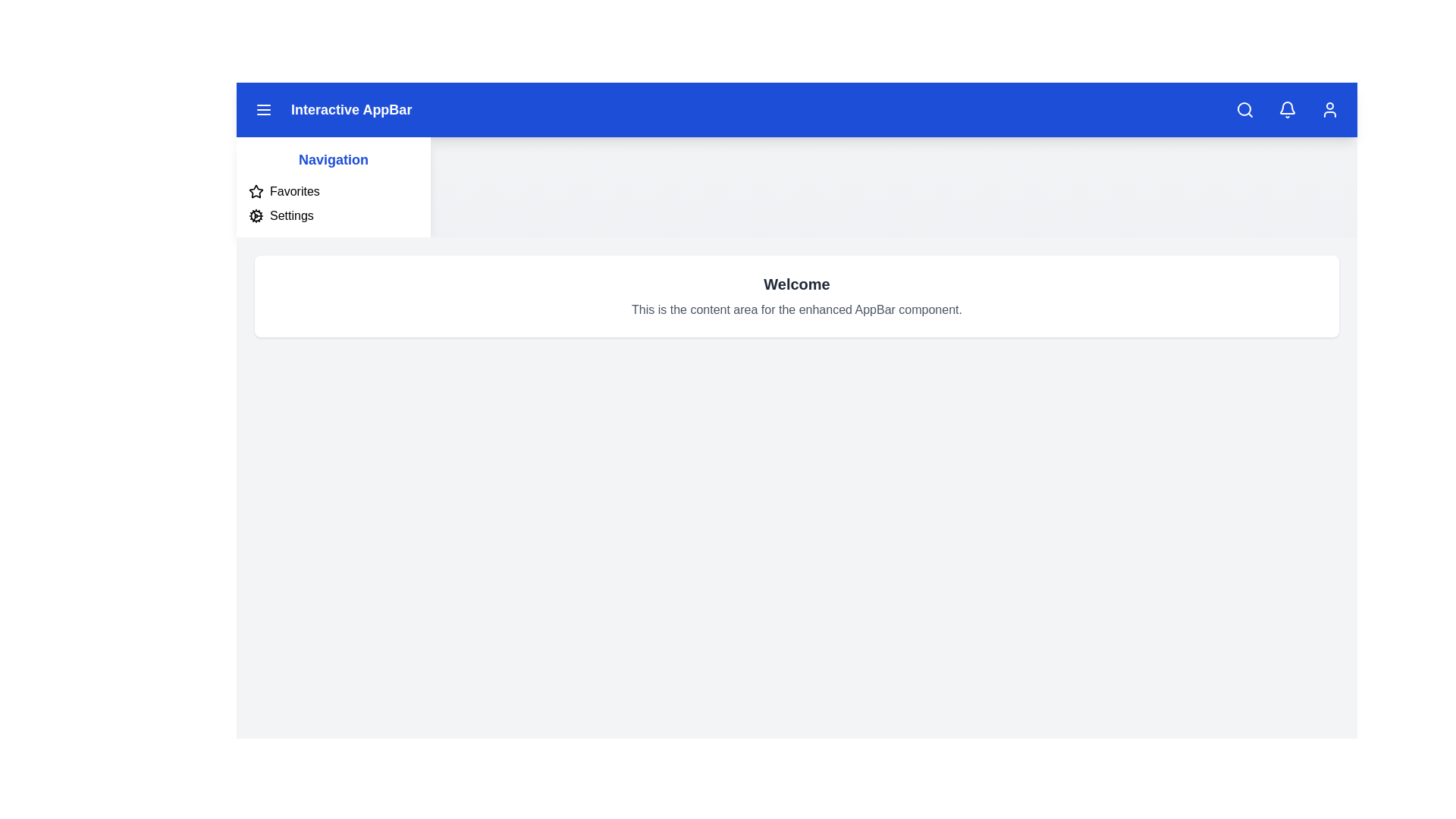 Image resolution: width=1456 pixels, height=819 pixels. What do you see at coordinates (333, 216) in the screenshot?
I see `the 'Settings' option in the sidebar to navigate to the settings page` at bounding box center [333, 216].